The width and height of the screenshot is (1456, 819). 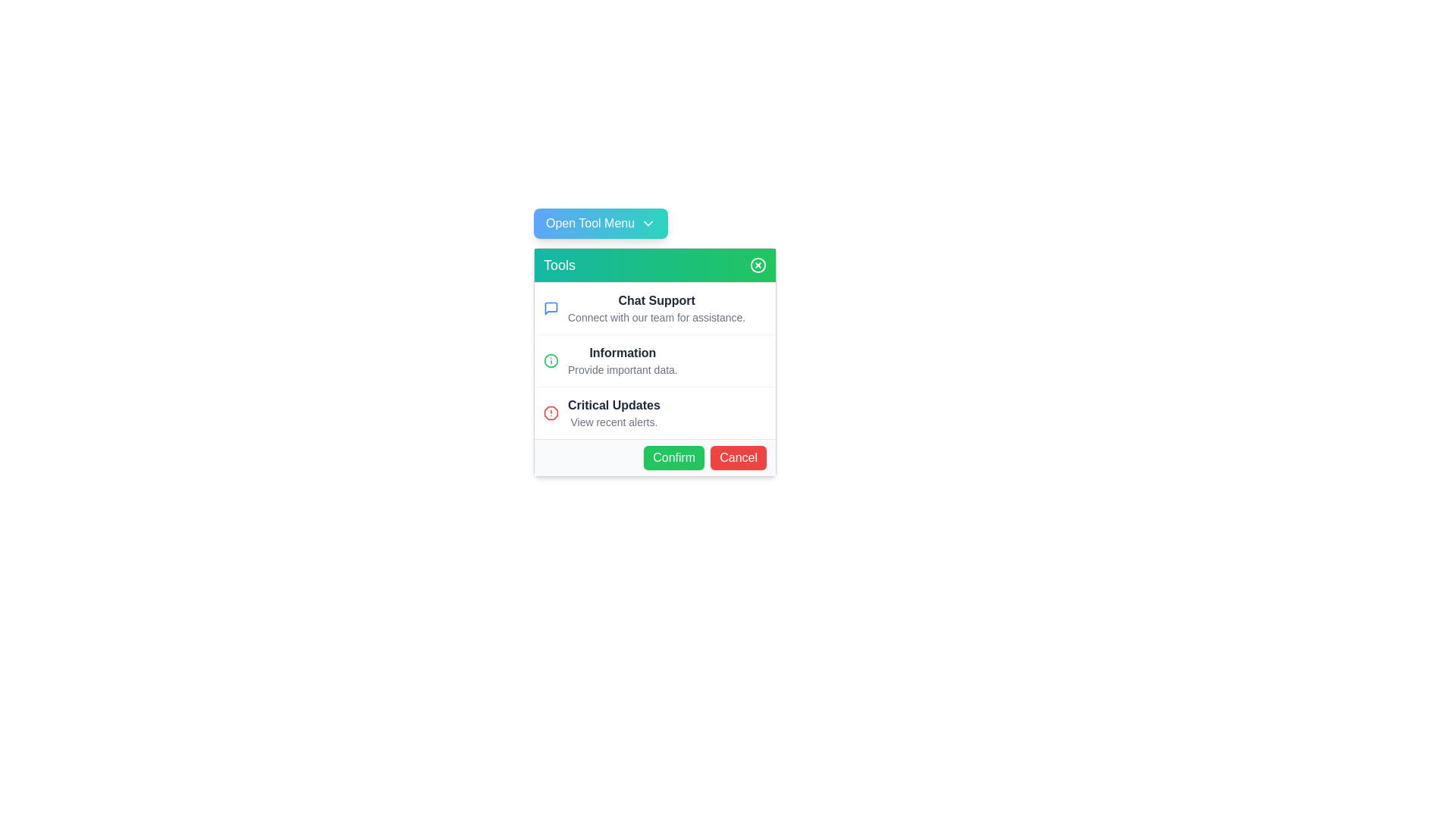 What do you see at coordinates (655, 362) in the screenshot?
I see `the 'Information' button-like list item, which is the second option under the 'Tools' menu` at bounding box center [655, 362].